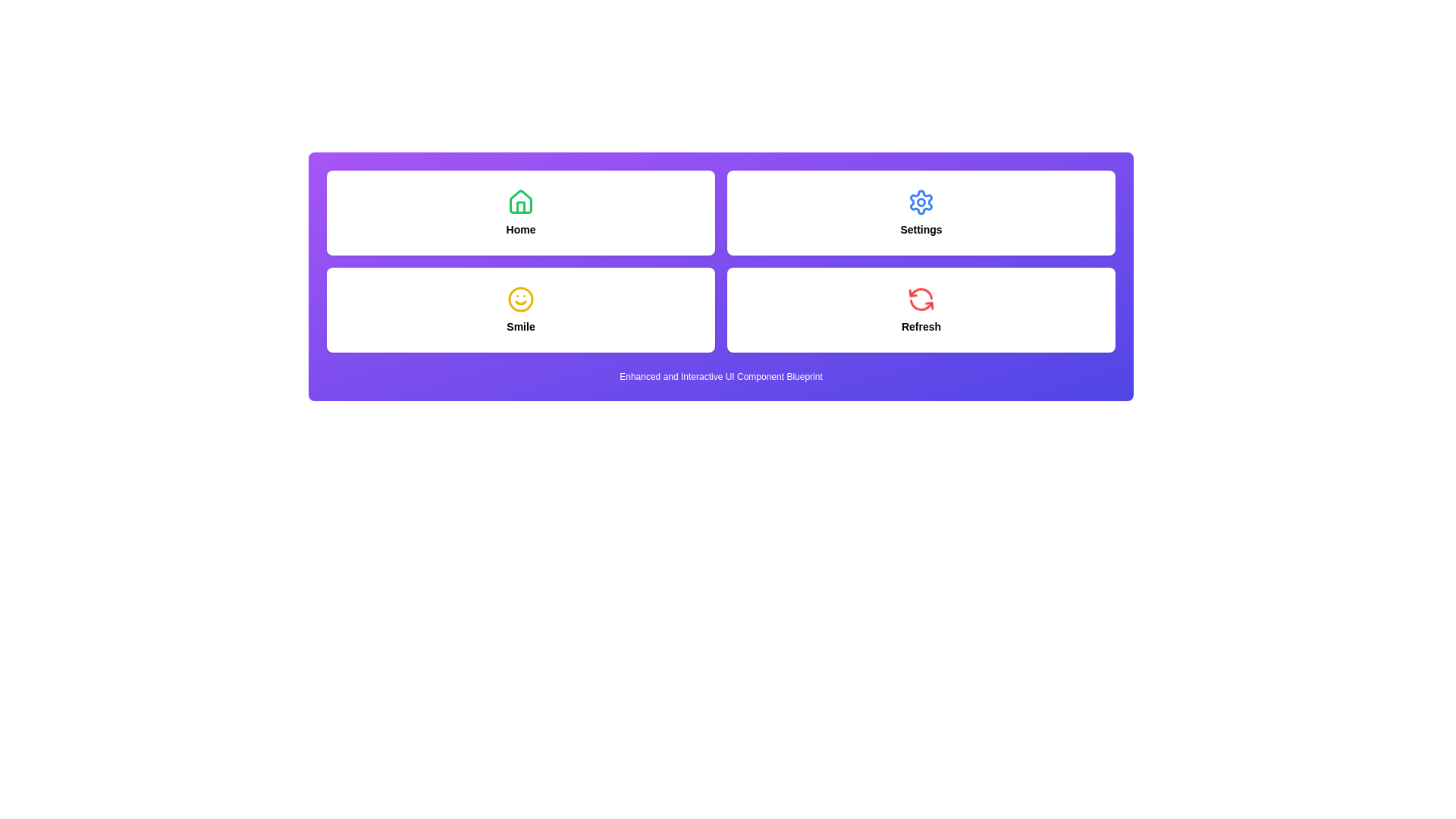 This screenshot has width=1456, height=819. I want to click on the 'Home' text label, which is styled in bold black font and positioned below the house icon in a card-like layout, so click(520, 230).